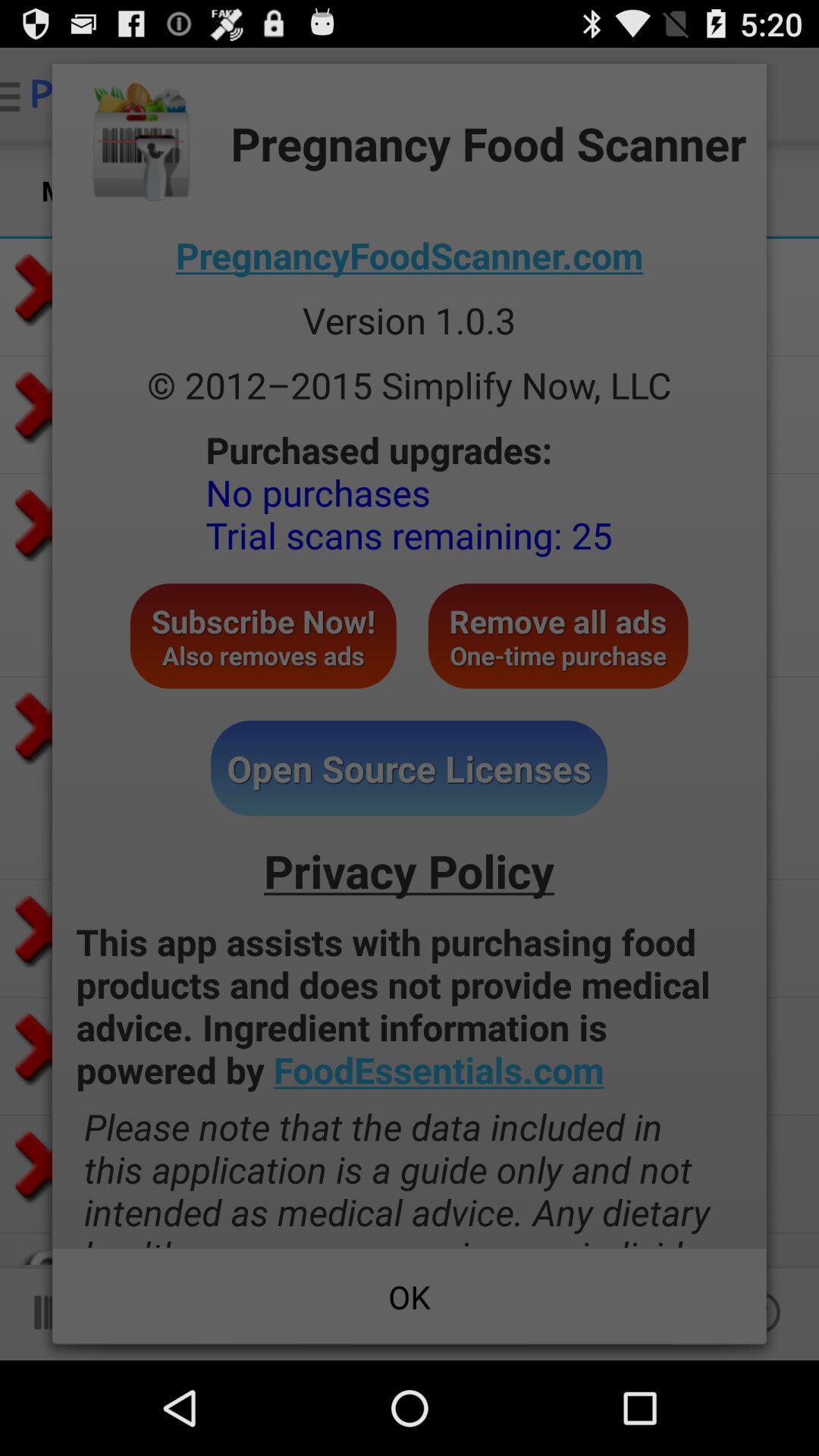 This screenshot has height=1456, width=819. I want to click on the button below the open source licenses item, so click(408, 871).